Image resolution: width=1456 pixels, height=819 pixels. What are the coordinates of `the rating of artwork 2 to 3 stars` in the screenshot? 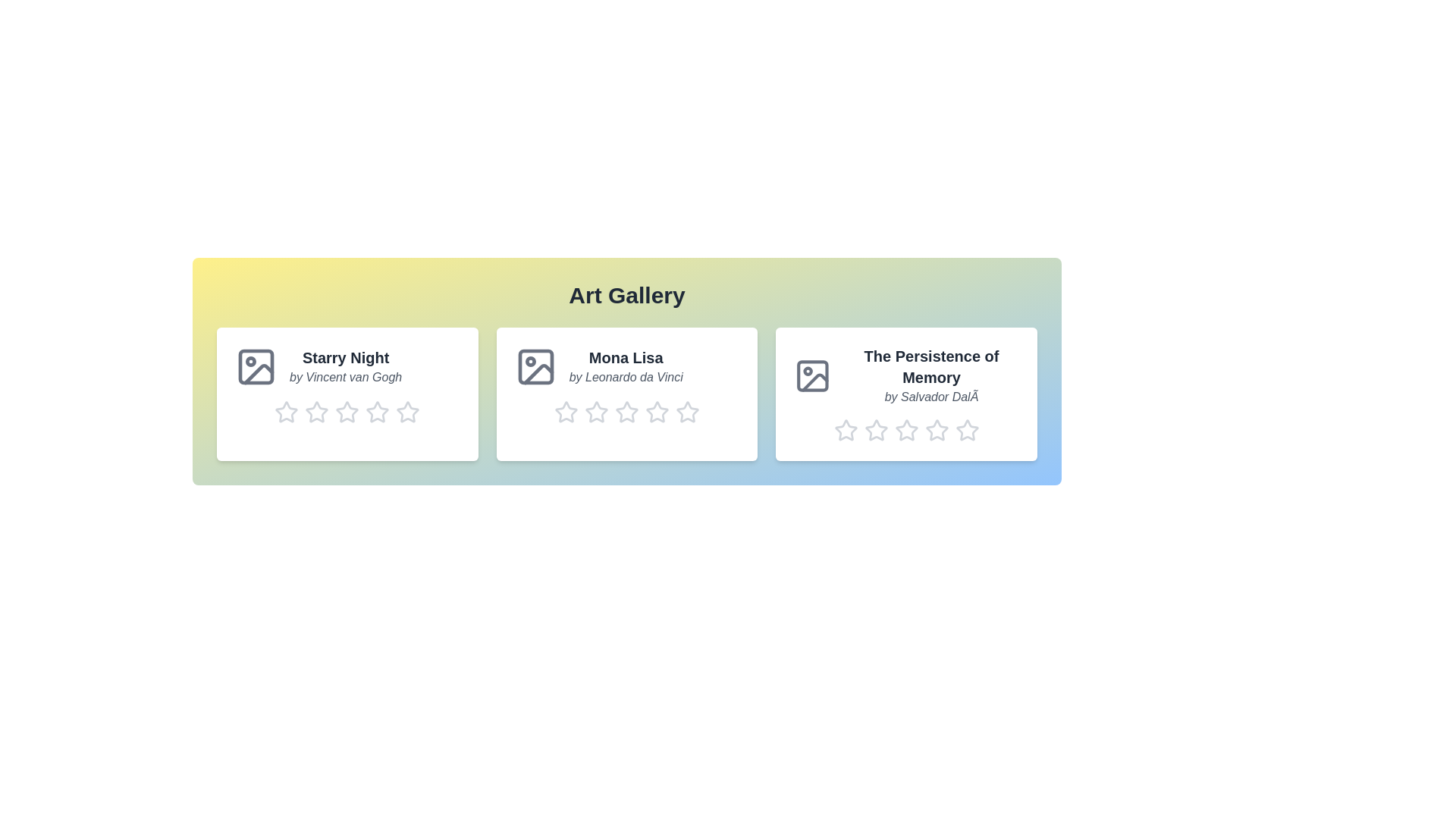 It's located at (615, 412).